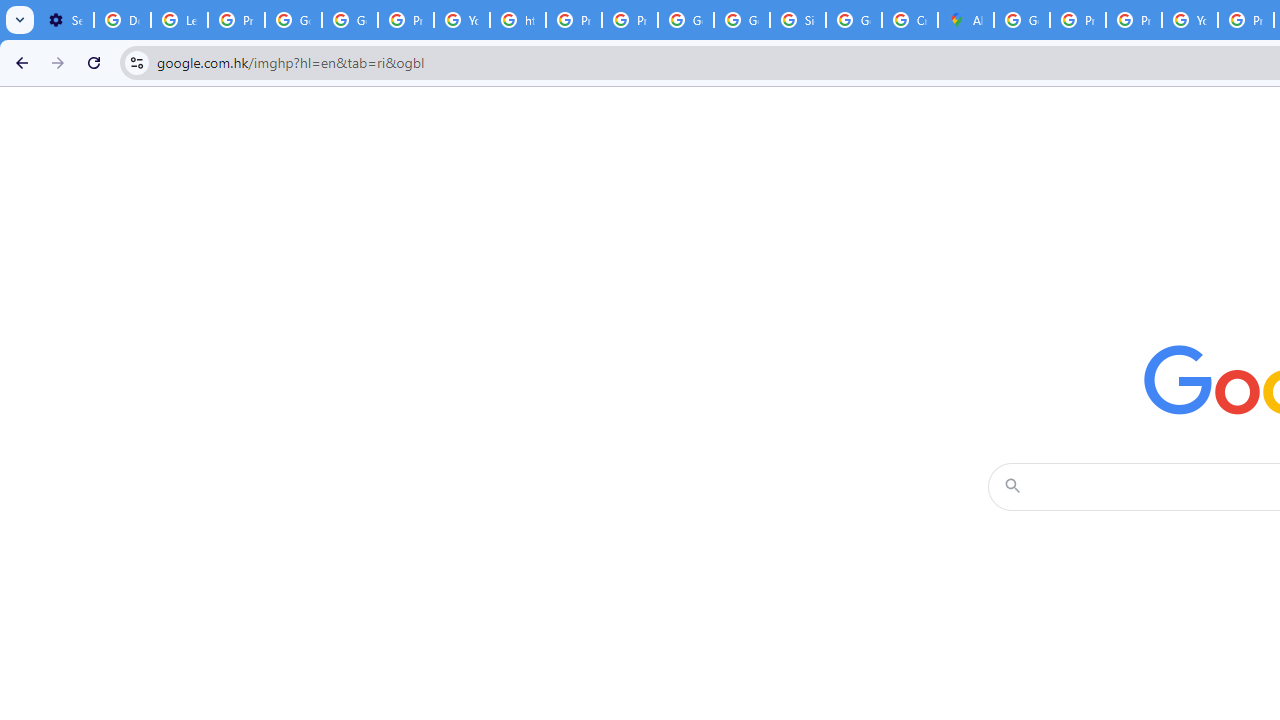  Describe the element at coordinates (65, 20) in the screenshot. I see `'Settings - On startup'` at that location.